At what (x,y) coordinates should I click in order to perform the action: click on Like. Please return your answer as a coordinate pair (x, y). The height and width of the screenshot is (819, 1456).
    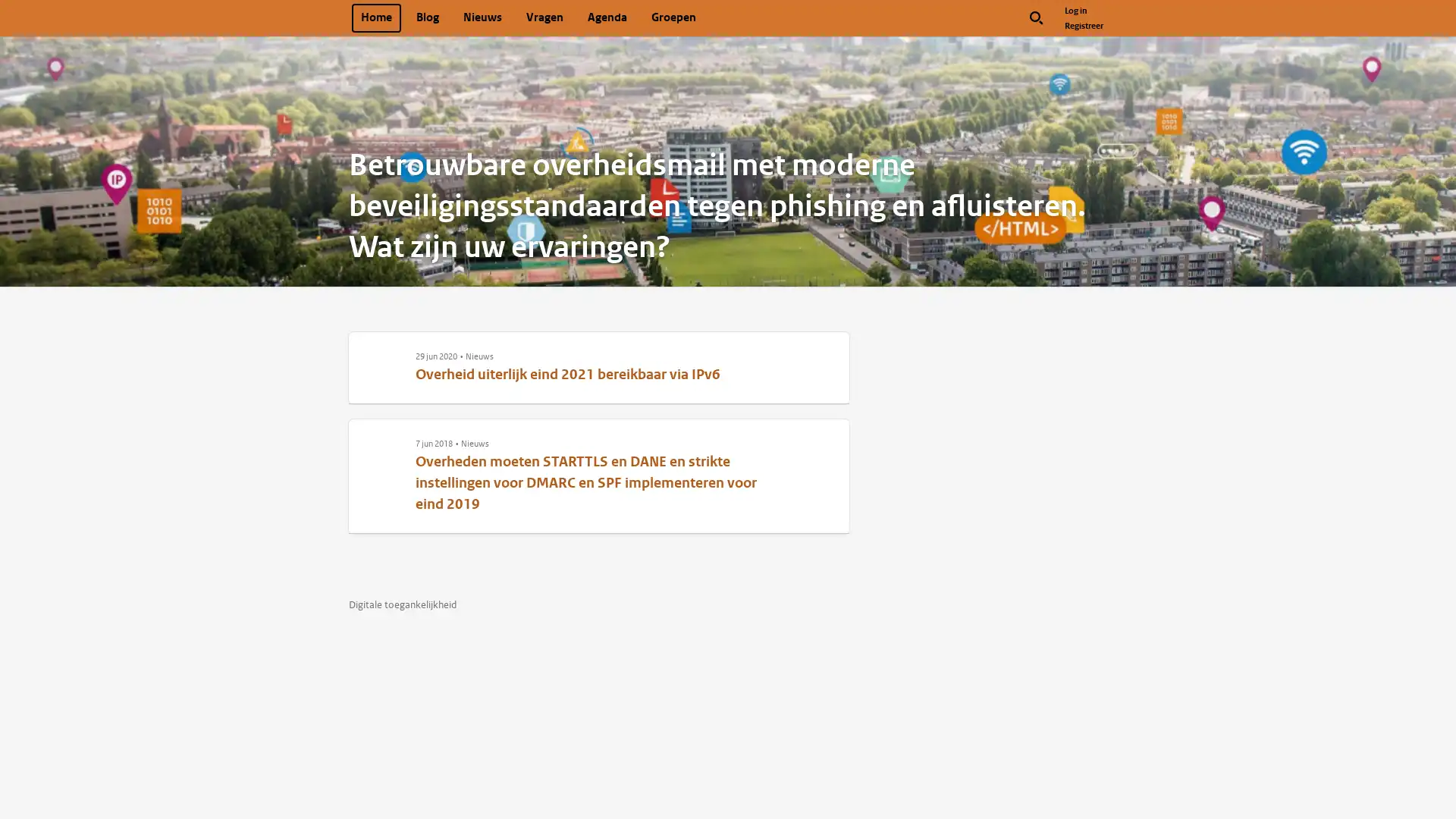
    Looking at the image, I should click on (598, 579).